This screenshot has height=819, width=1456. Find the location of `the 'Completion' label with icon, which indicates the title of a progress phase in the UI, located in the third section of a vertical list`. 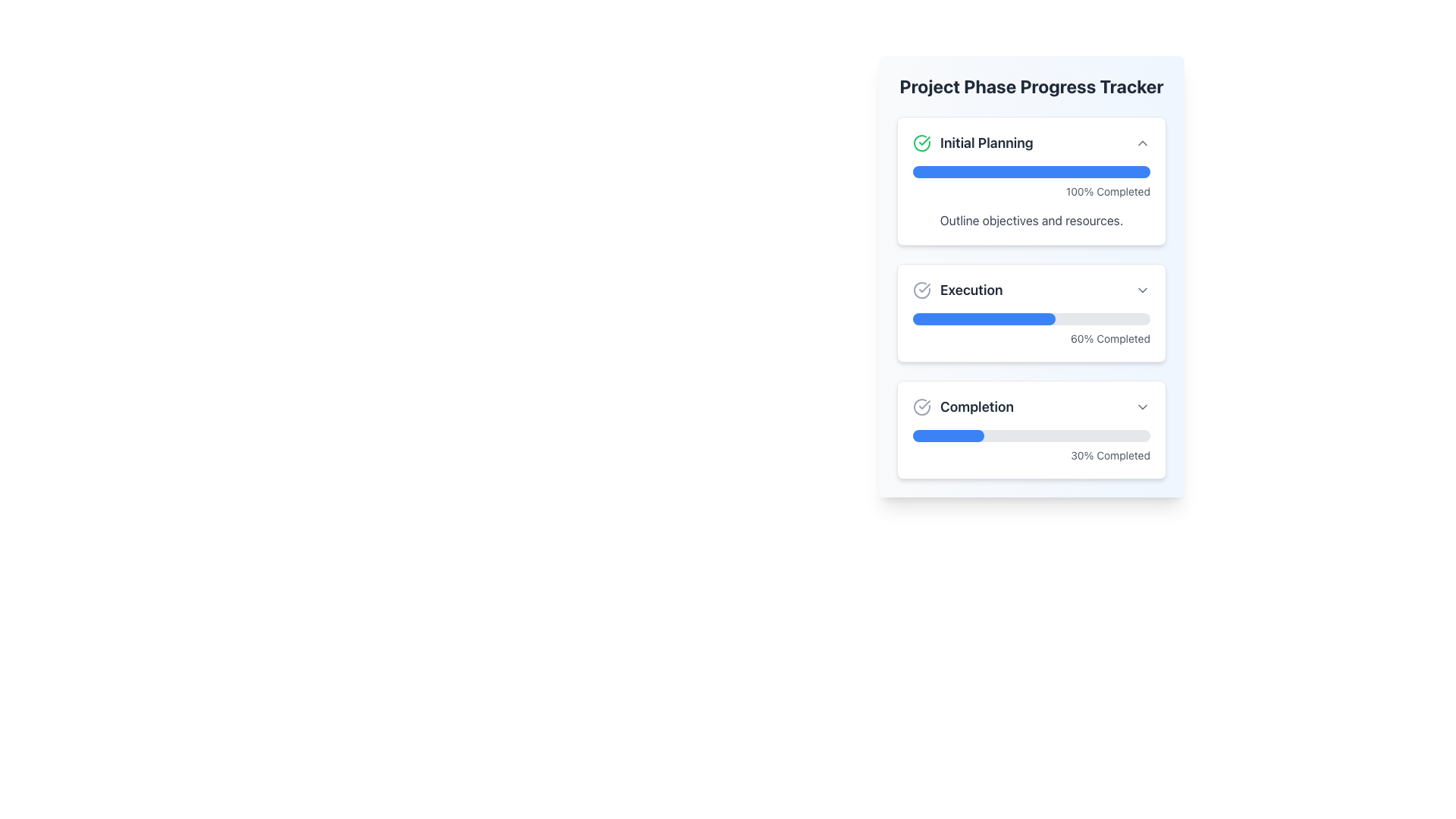

the 'Completion' label with icon, which indicates the title of a progress phase in the UI, located in the third section of a vertical list is located at coordinates (962, 406).